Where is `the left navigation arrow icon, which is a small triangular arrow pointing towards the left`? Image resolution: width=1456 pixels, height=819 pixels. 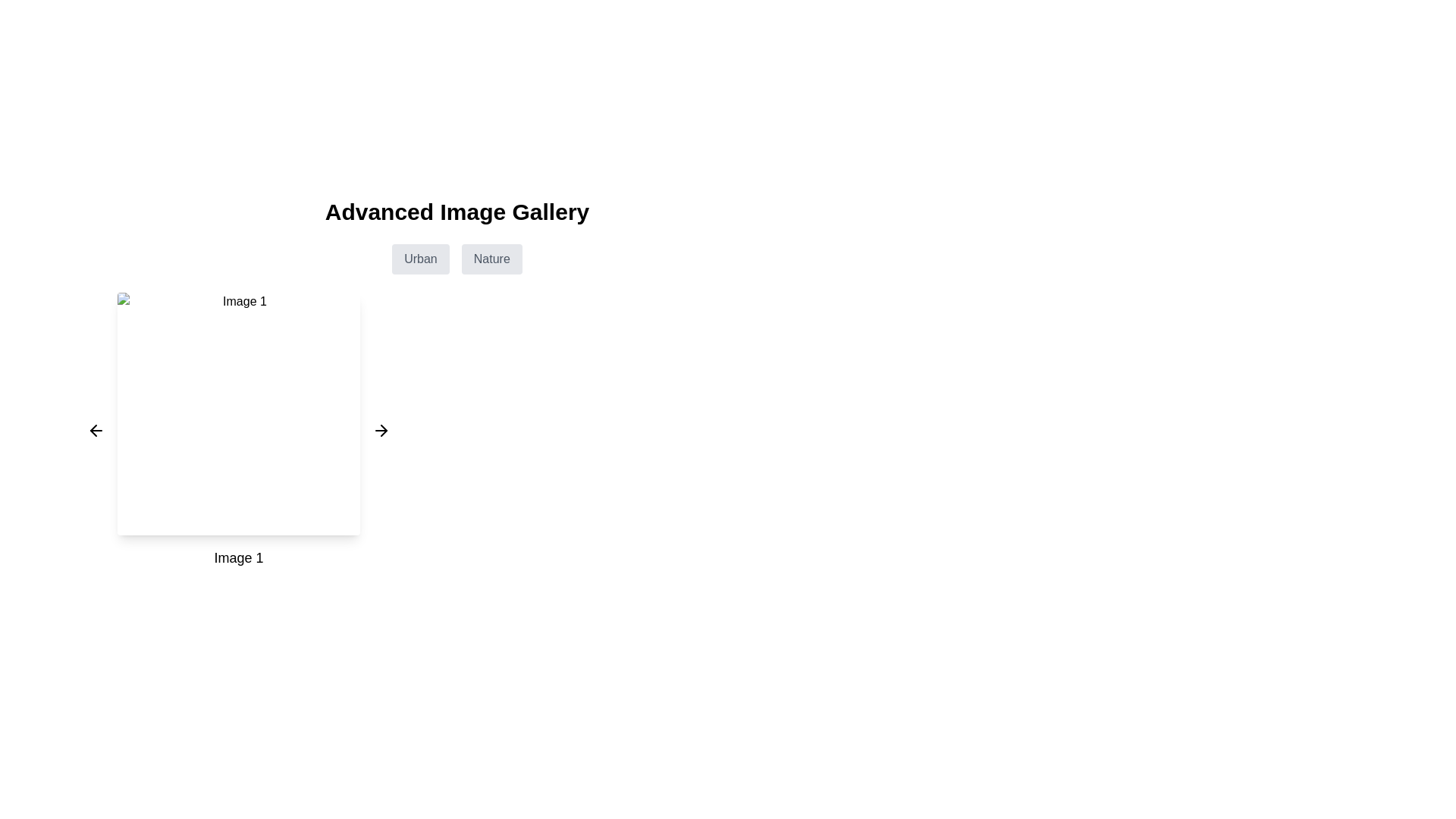
the left navigation arrow icon, which is a small triangular arrow pointing towards the left is located at coordinates (93, 430).